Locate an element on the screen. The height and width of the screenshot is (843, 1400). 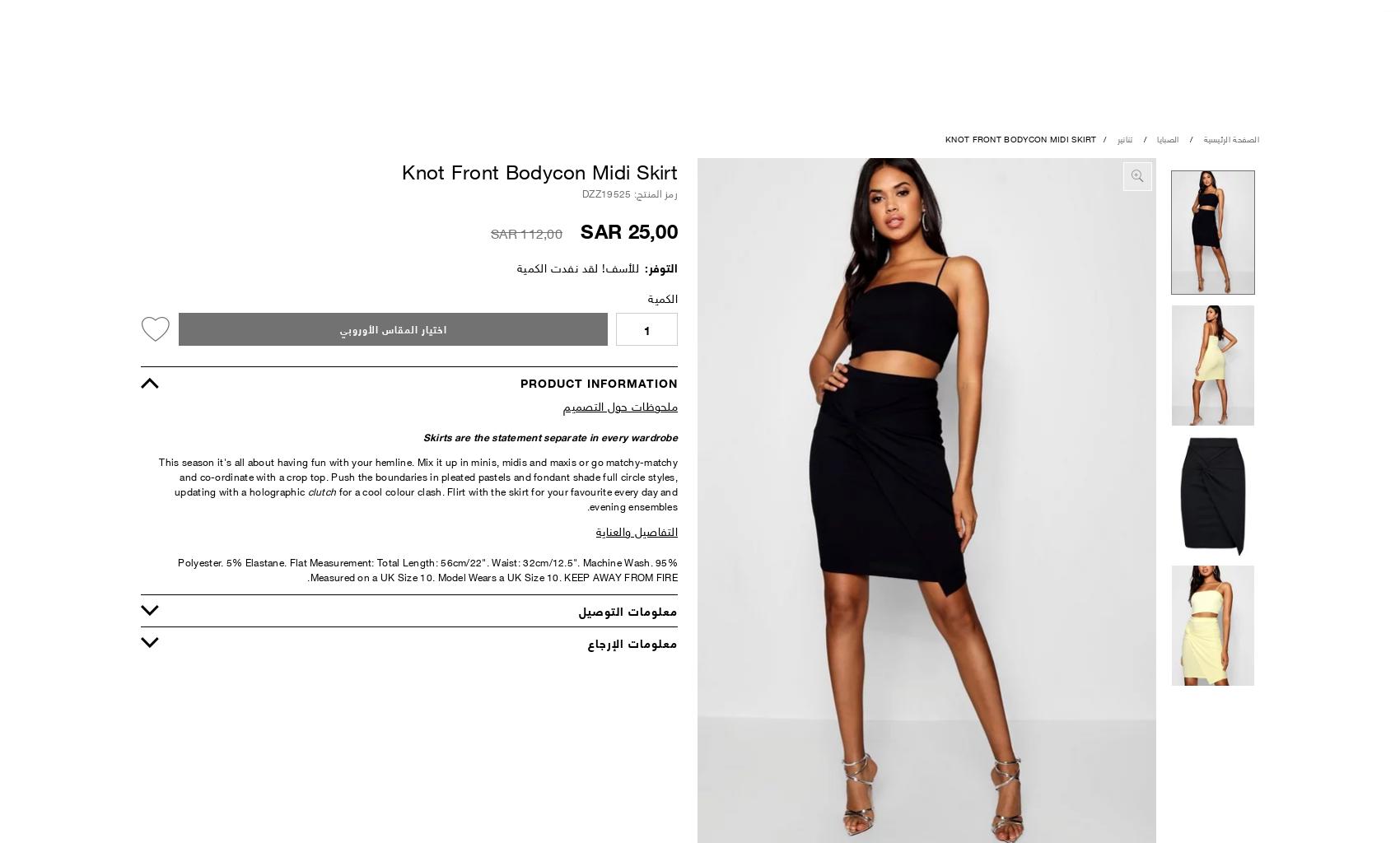
'SAR 25,00' is located at coordinates (628, 229).